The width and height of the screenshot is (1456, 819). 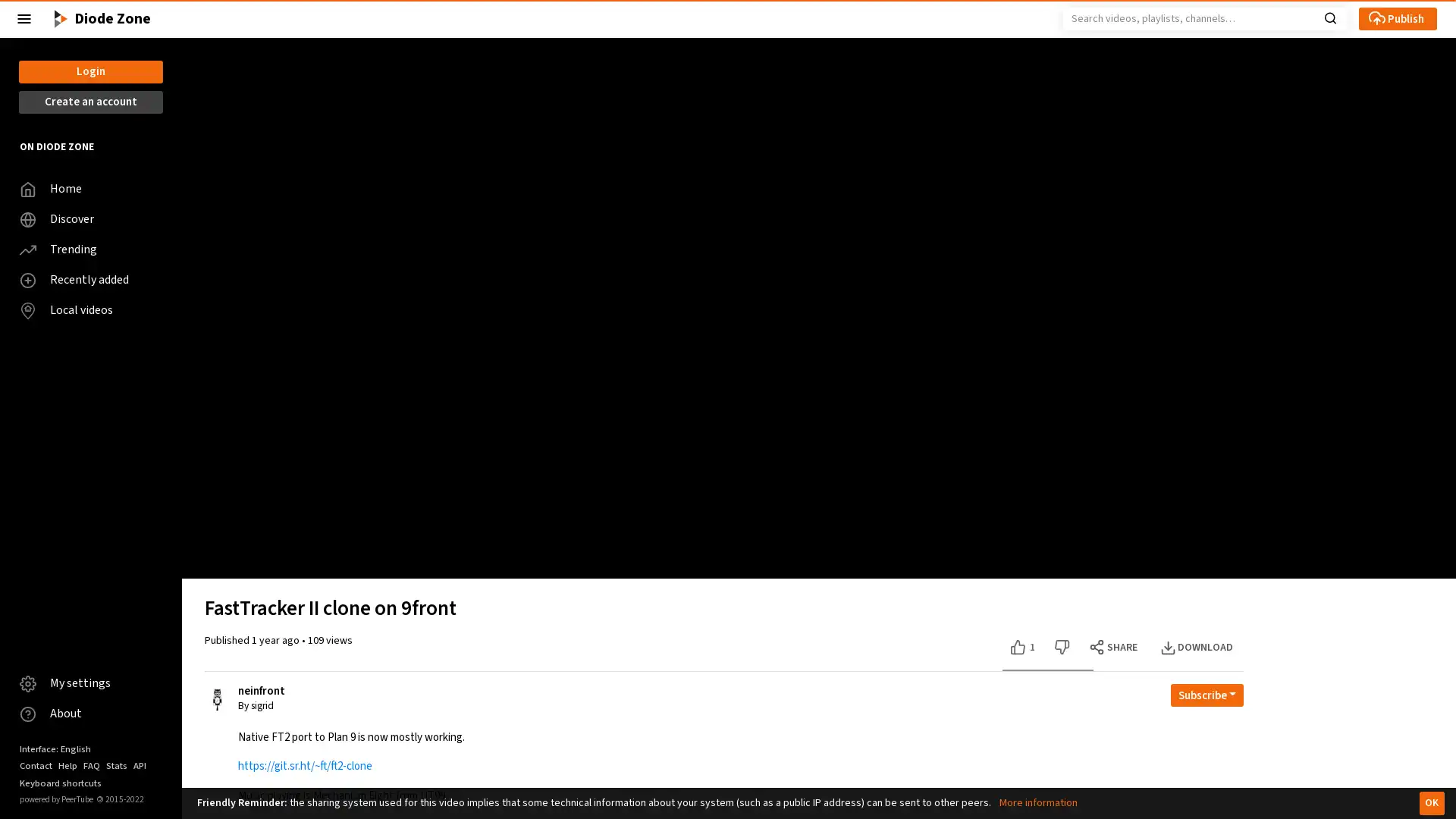 What do you see at coordinates (24, 18) in the screenshot?
I see `Close the left menu` at bounding box center [24, 18].